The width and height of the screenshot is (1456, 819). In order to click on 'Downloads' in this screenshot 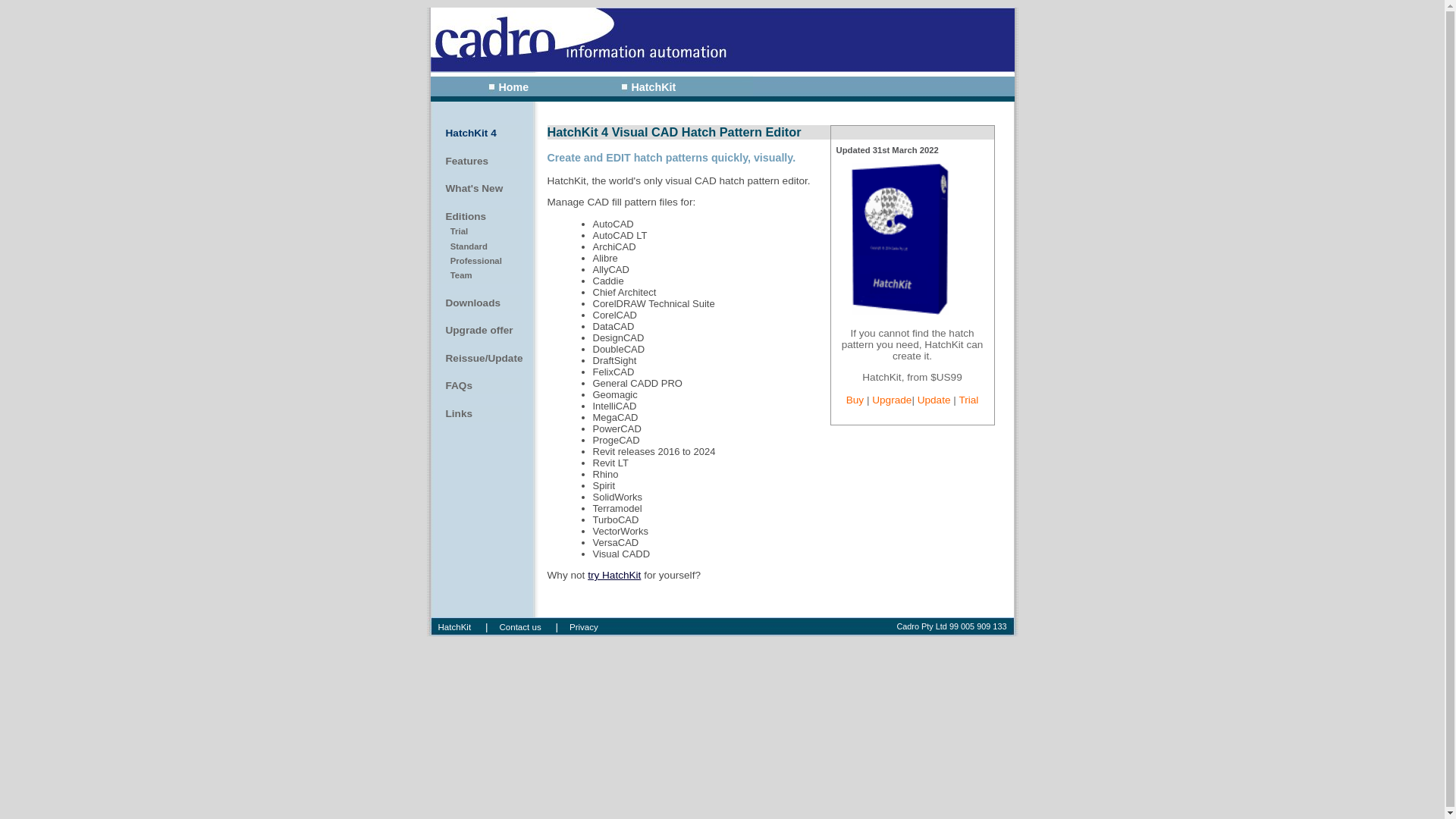, I will do `click(479, 303)`.